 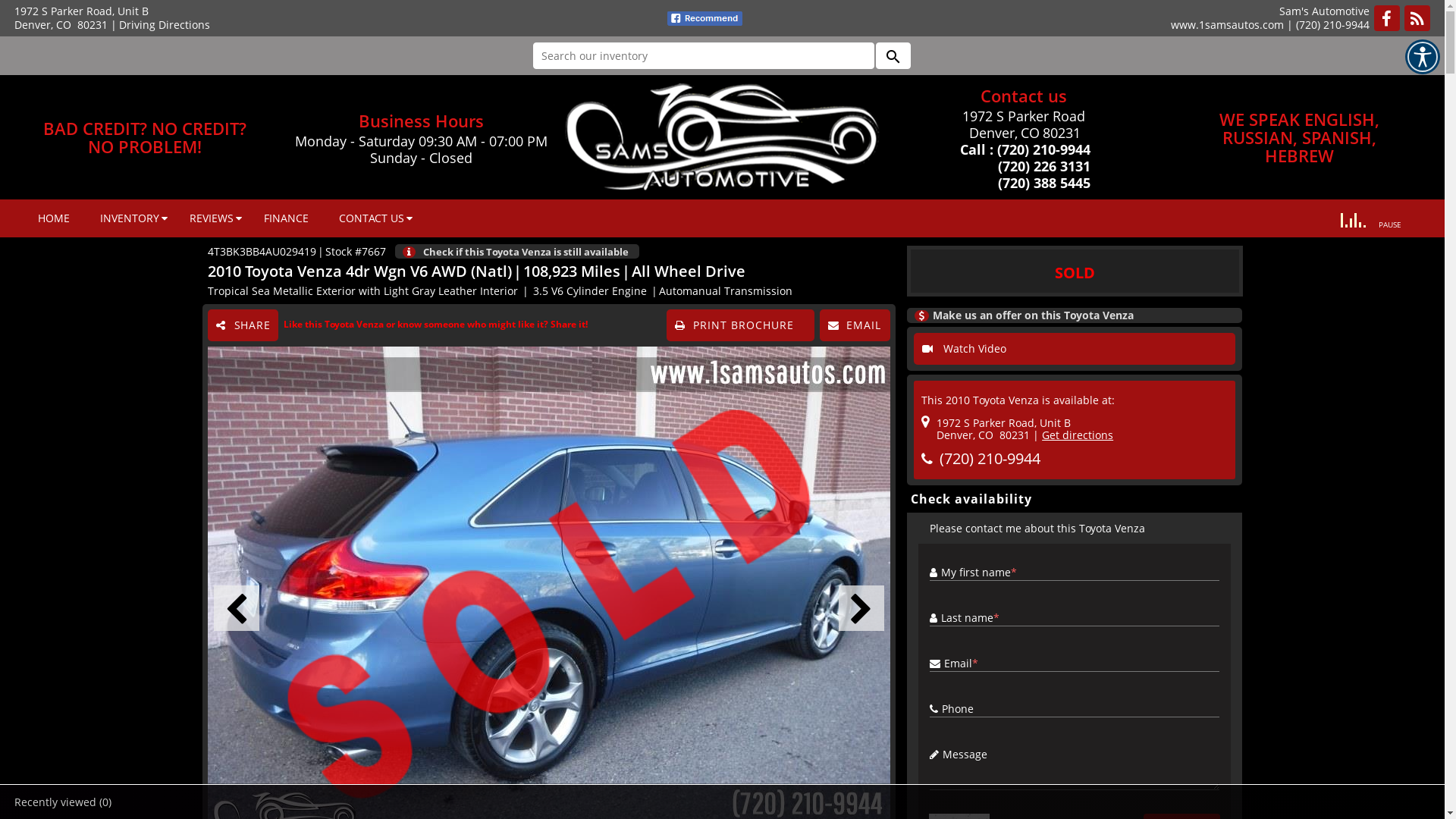 I want to click on 'search', so click(x=874, y=55).